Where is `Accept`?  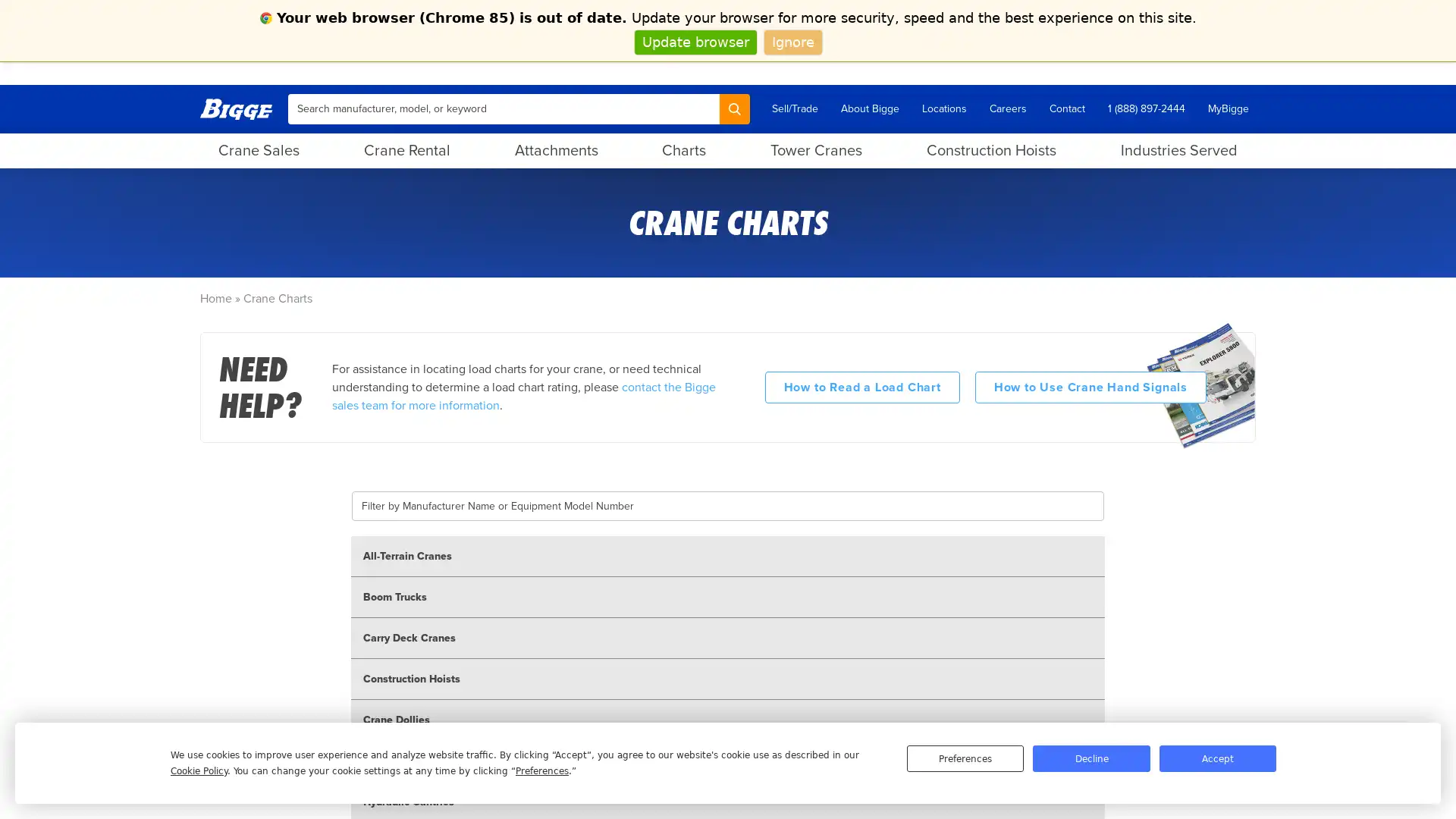 Accept is located at coordinates (1217, 758).